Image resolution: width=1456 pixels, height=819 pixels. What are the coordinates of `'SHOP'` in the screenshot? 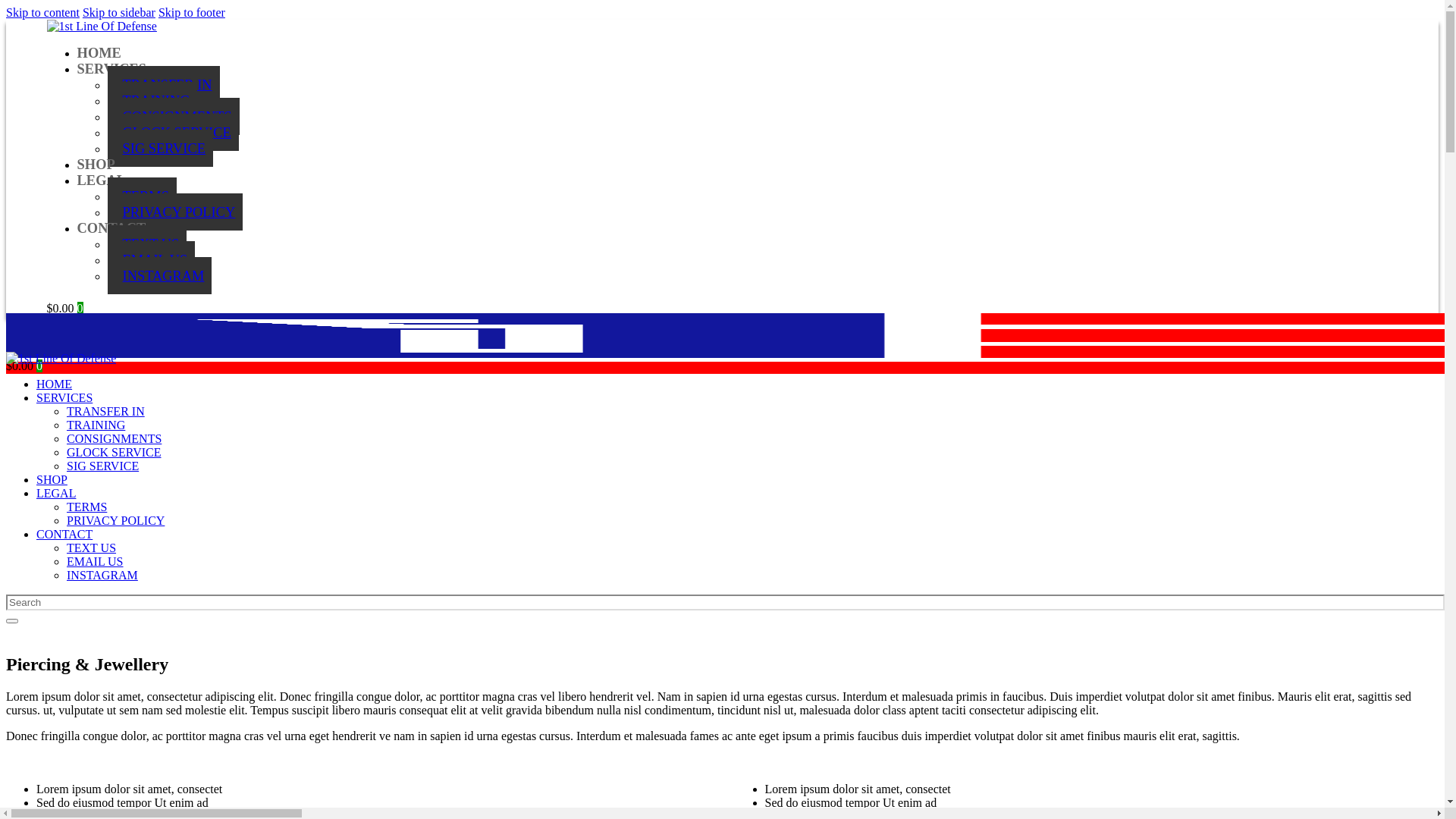 It's located at (95, 164).